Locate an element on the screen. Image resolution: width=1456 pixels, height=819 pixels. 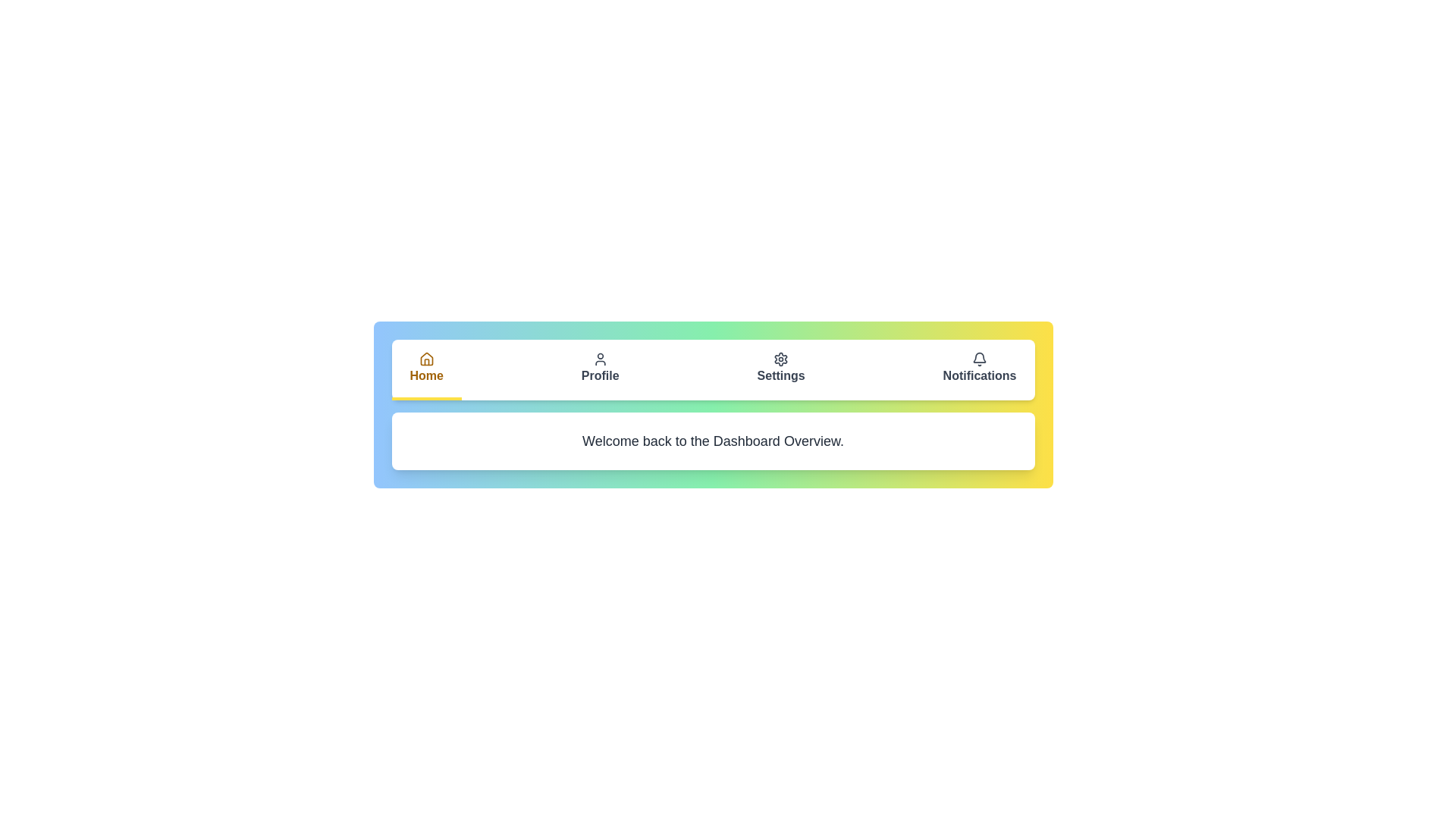
the settings navigation label, which is the third item in the navigation bar is located at coordinates (781, 375).